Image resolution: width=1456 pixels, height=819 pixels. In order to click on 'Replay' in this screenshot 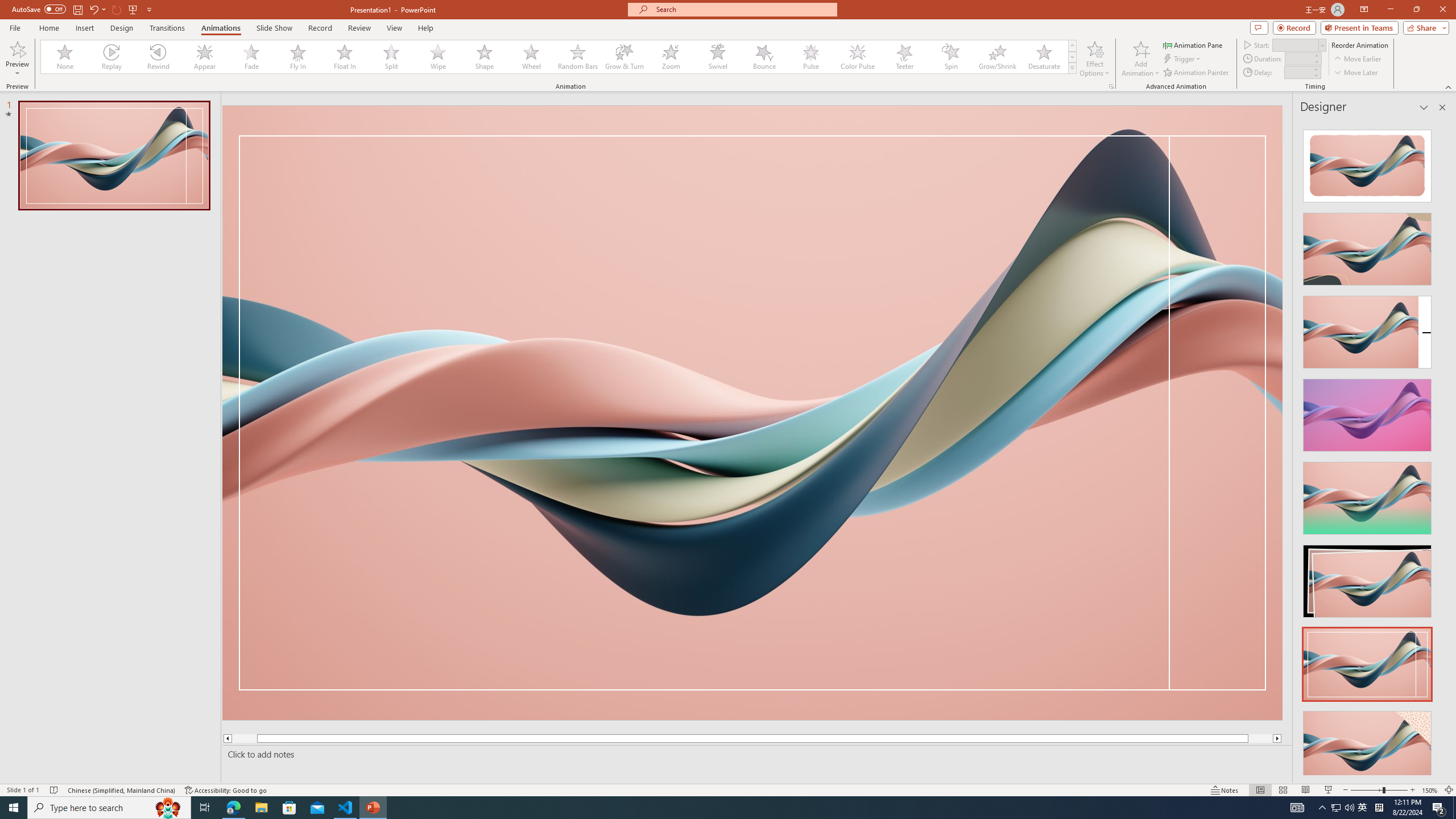, I will do `click(111, 56)`.